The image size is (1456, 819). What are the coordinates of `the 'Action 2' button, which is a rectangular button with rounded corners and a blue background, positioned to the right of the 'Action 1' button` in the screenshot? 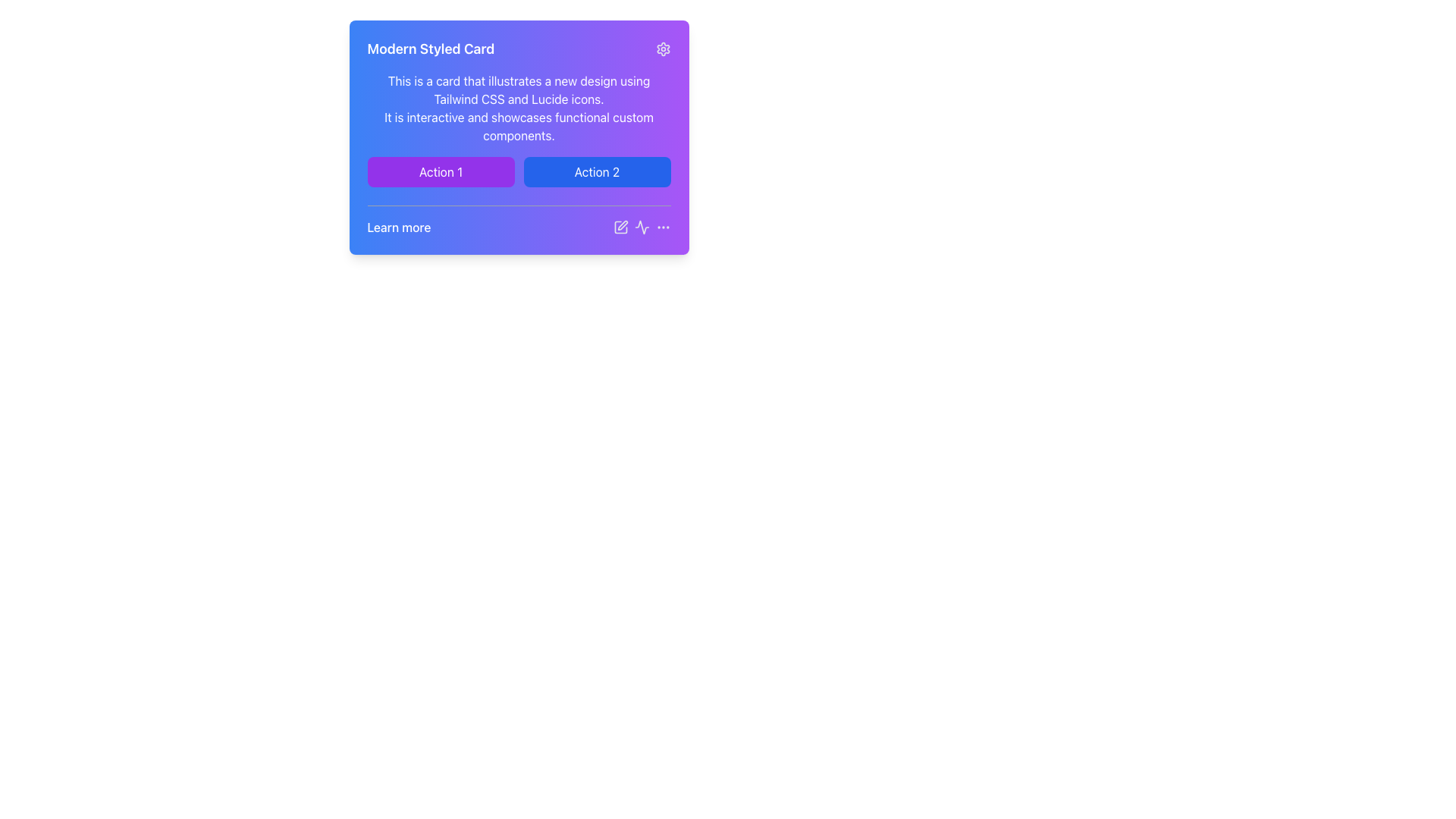 It's located at (596, 171).